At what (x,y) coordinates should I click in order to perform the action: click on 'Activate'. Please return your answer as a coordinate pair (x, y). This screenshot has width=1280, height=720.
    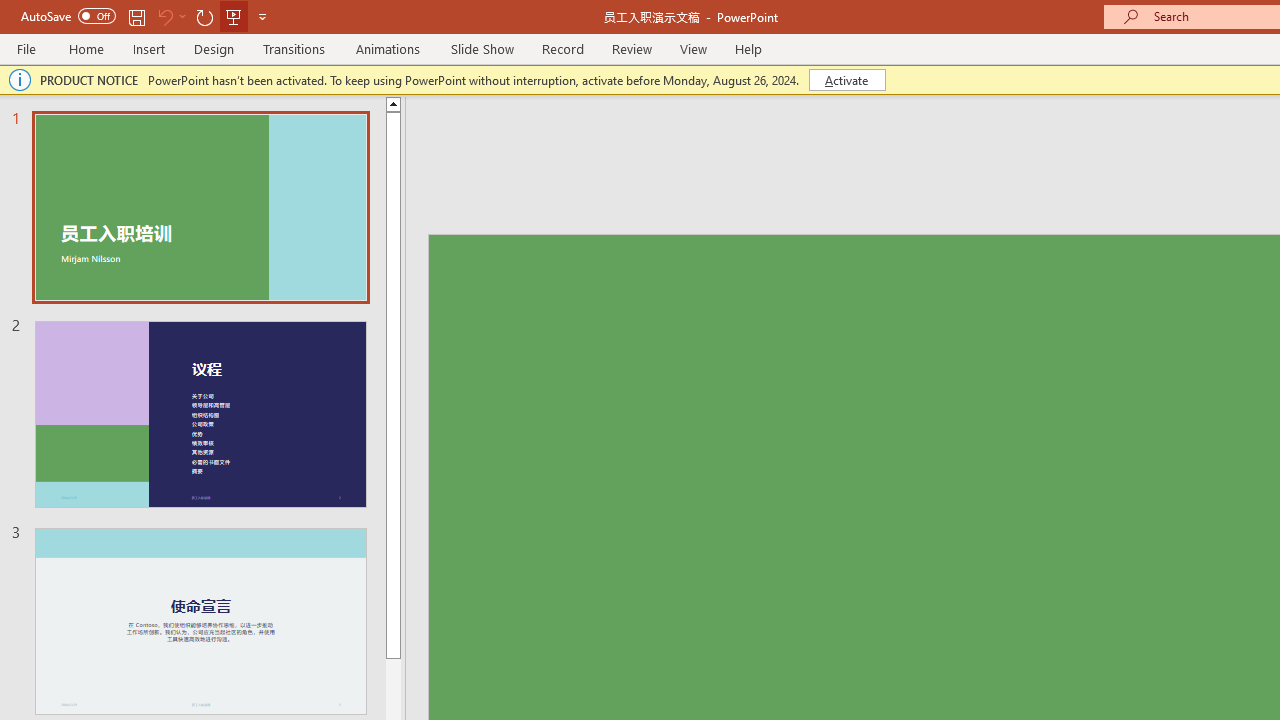
    Looking at the image, I should click on (847, 78).